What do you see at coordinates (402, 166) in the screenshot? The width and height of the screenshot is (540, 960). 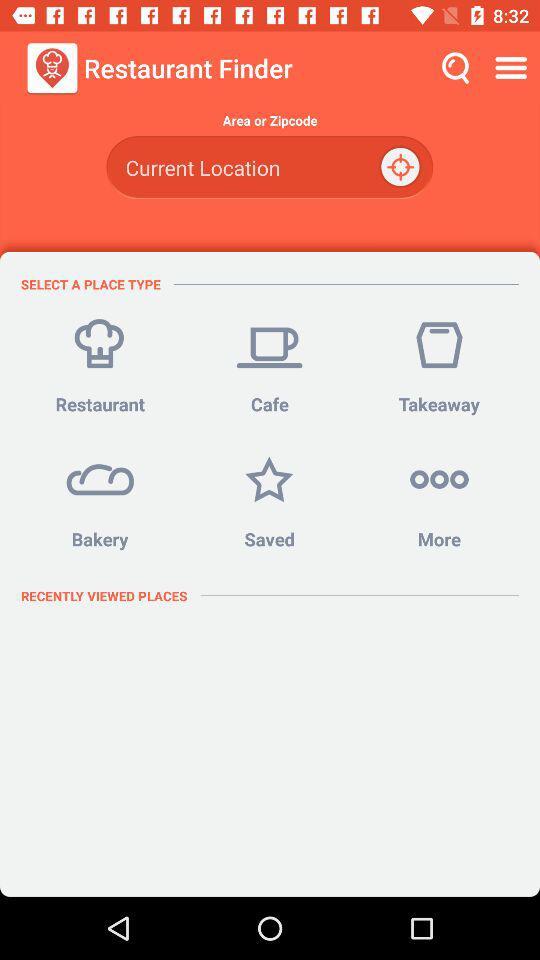 I see `the location_crosshair icon` at bounding box center [402, 166].